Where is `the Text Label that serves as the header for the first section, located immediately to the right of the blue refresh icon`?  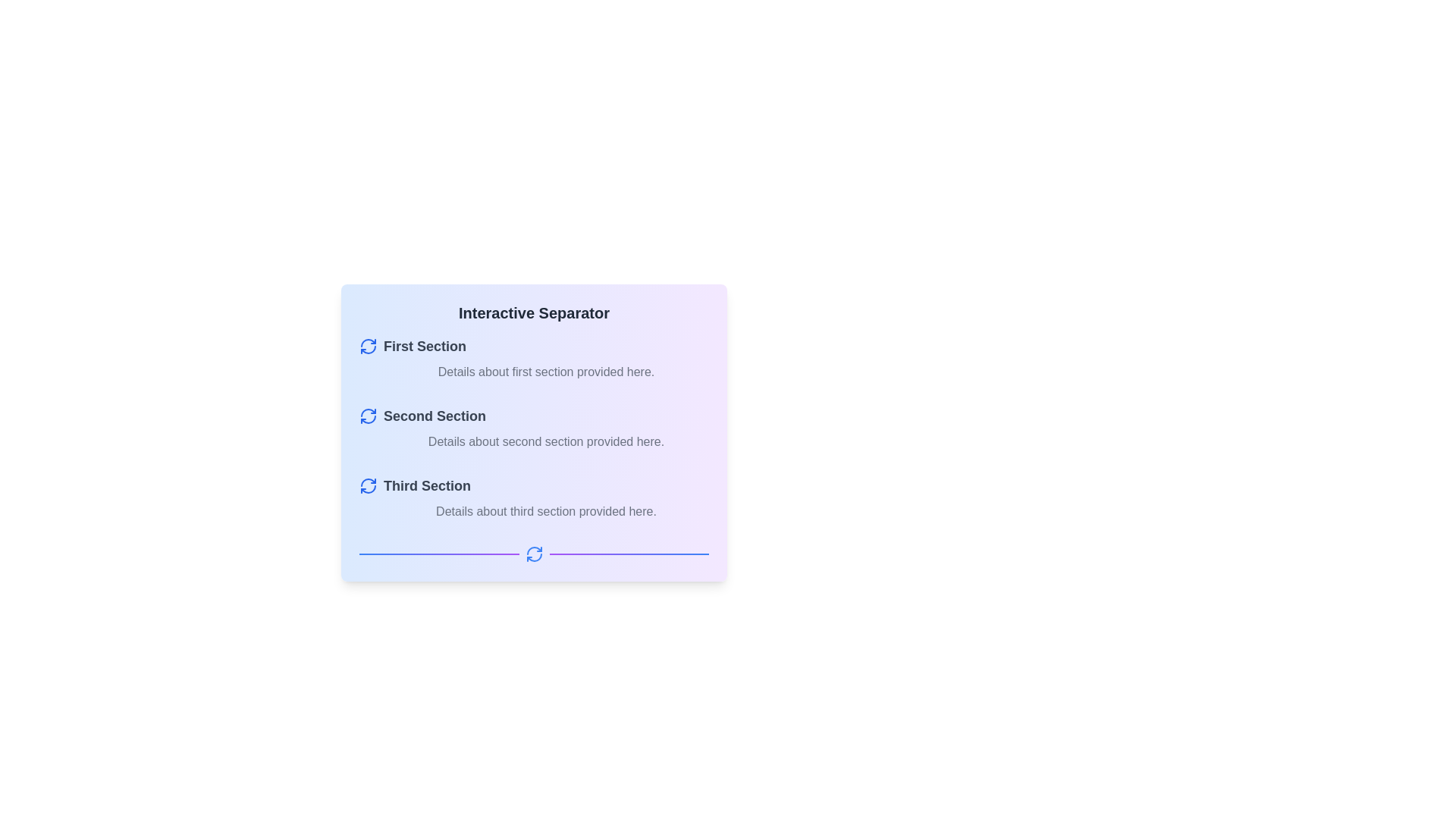
the Text Label that serves as the header for the first section, located immediately to the right of the blue refresh icon is located at coordinates (425, 346).